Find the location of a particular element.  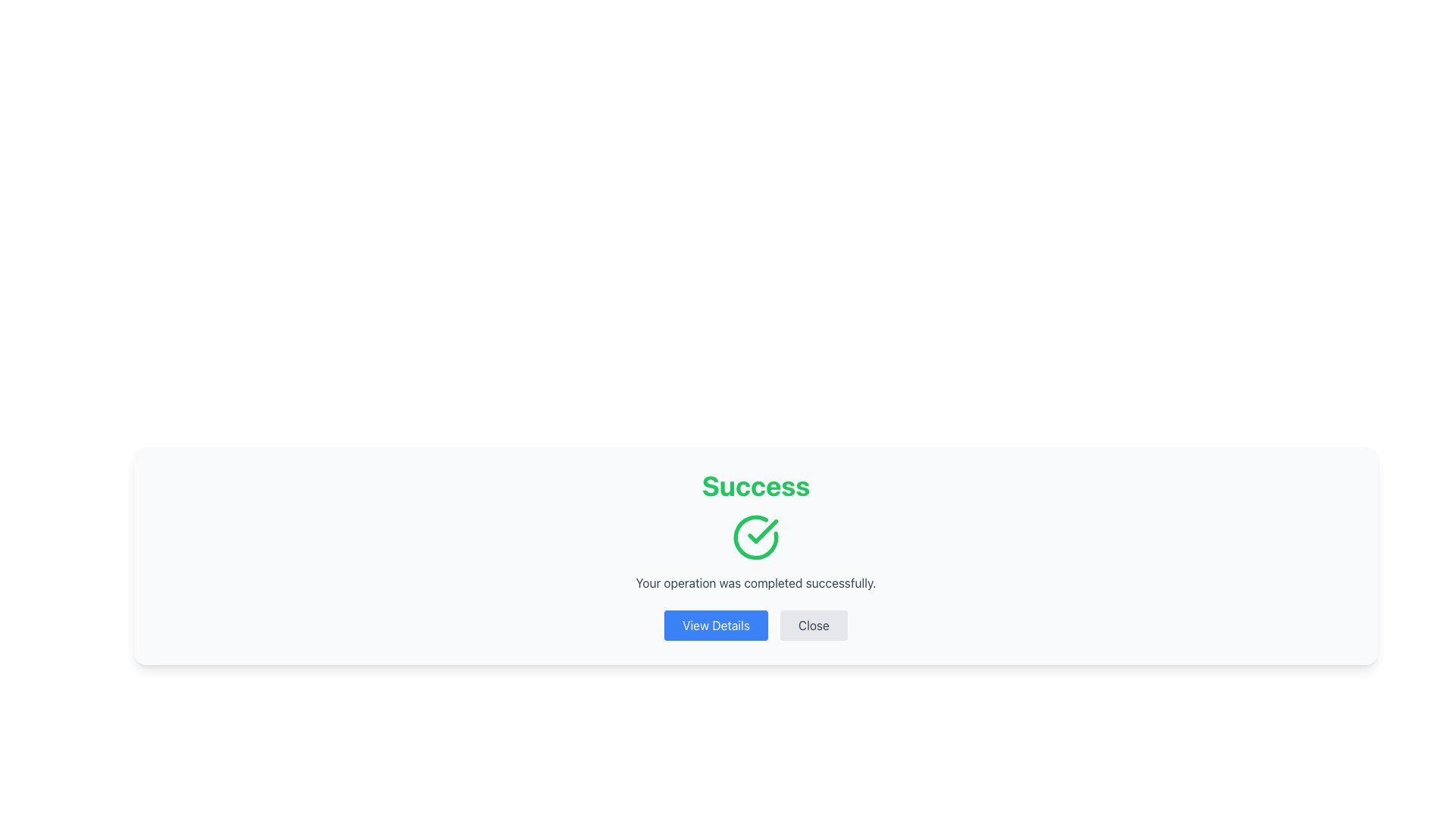

the 'Close' button, which is a rounded button with a light gray background and dark gray text, to observe its hover effect is located at coordinates (813, 626).